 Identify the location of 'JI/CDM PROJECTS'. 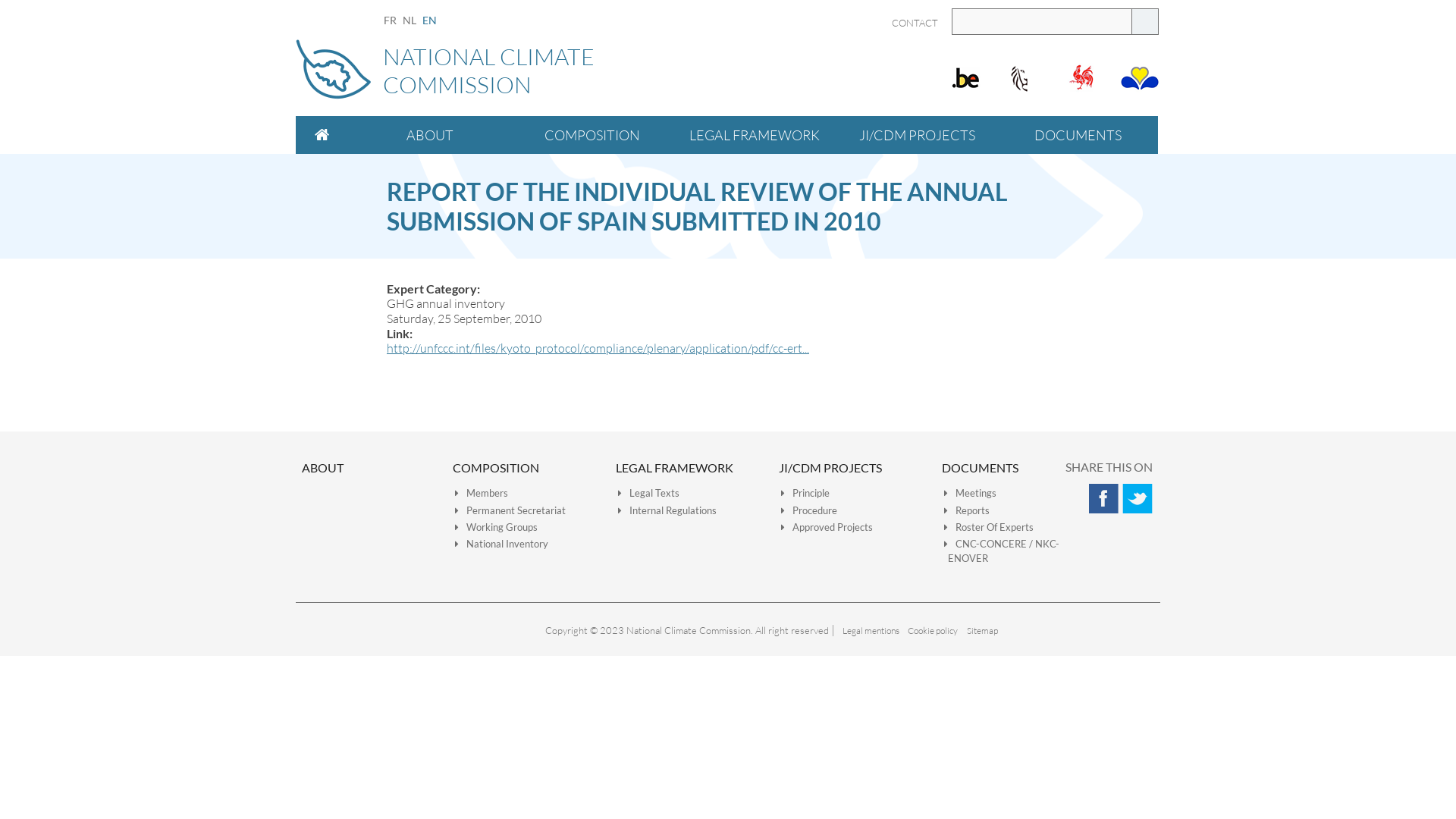
(829, 466).